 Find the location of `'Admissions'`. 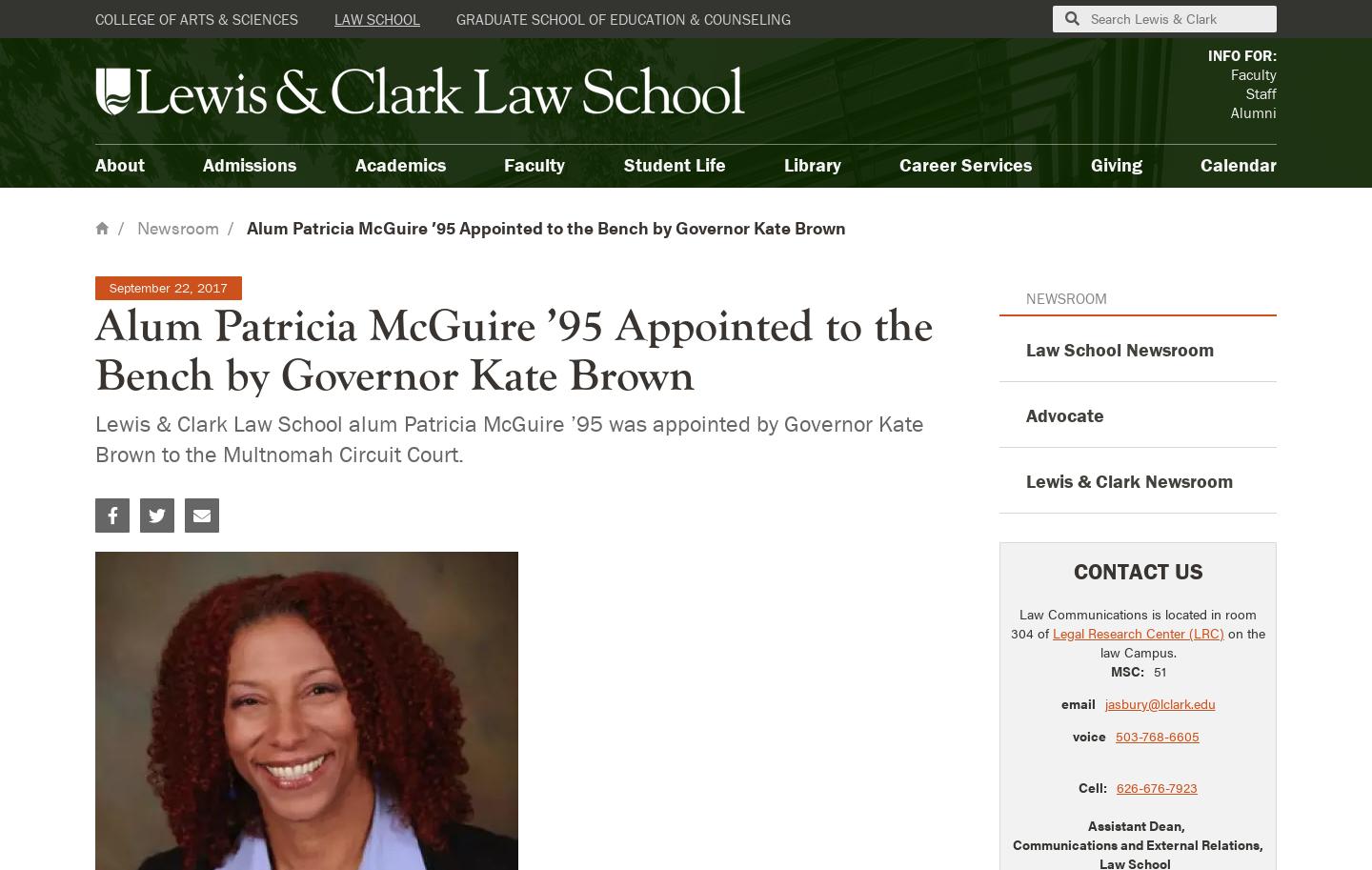

'Admissions' is located at coordinates (202, 163).